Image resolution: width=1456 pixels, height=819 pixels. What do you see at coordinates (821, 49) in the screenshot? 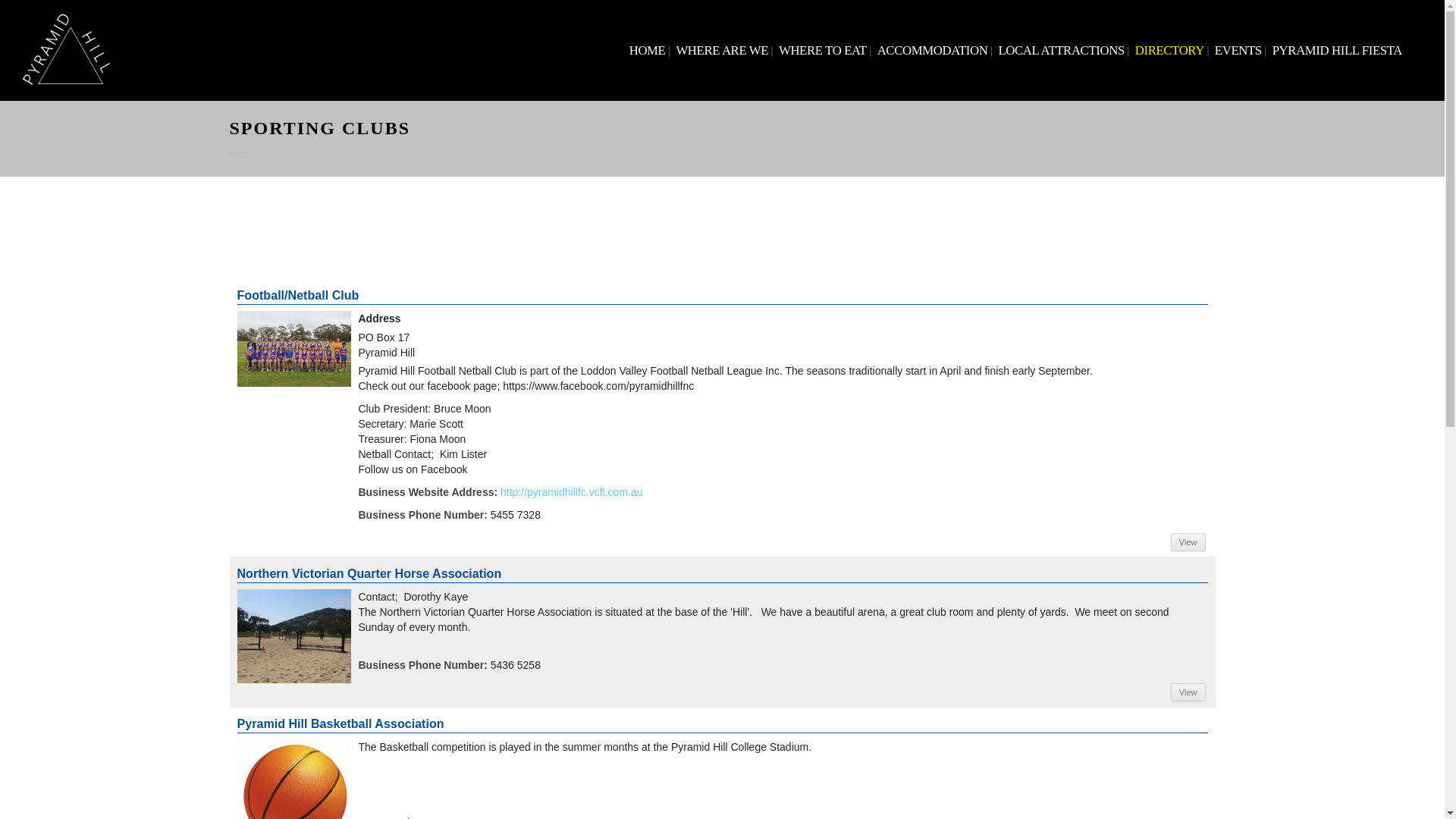
I see `'WHERE TO EAT'` at bounding box center [821, 49].